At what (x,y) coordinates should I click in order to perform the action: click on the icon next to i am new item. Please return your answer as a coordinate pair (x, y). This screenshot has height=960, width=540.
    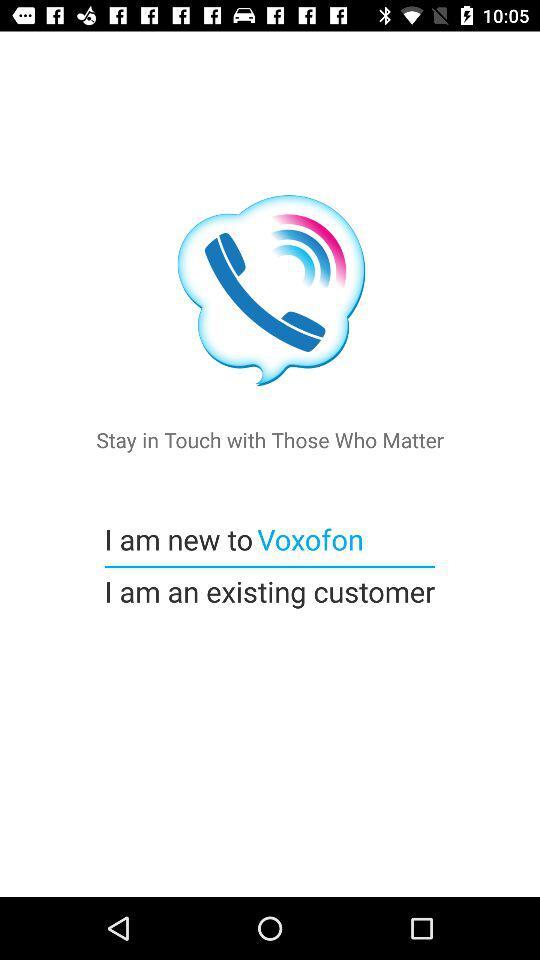
    Looking at the image, I should click on (308, 538).